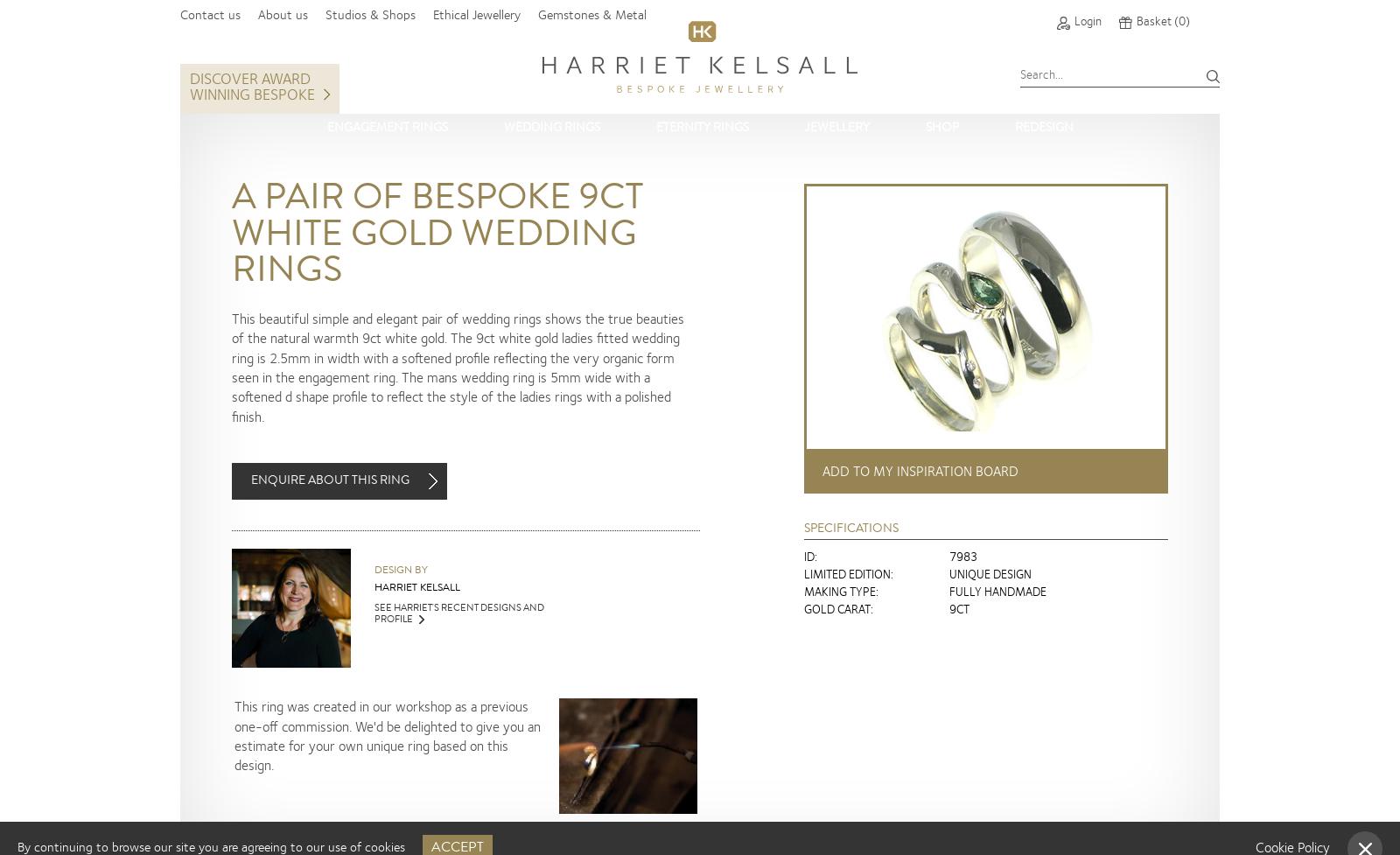 The height and width of the screenshot is (855, 1400). What do you see at coordinates (962, 557) in the screenshot?
I see `'7983'` at bounding box center [962, 557].